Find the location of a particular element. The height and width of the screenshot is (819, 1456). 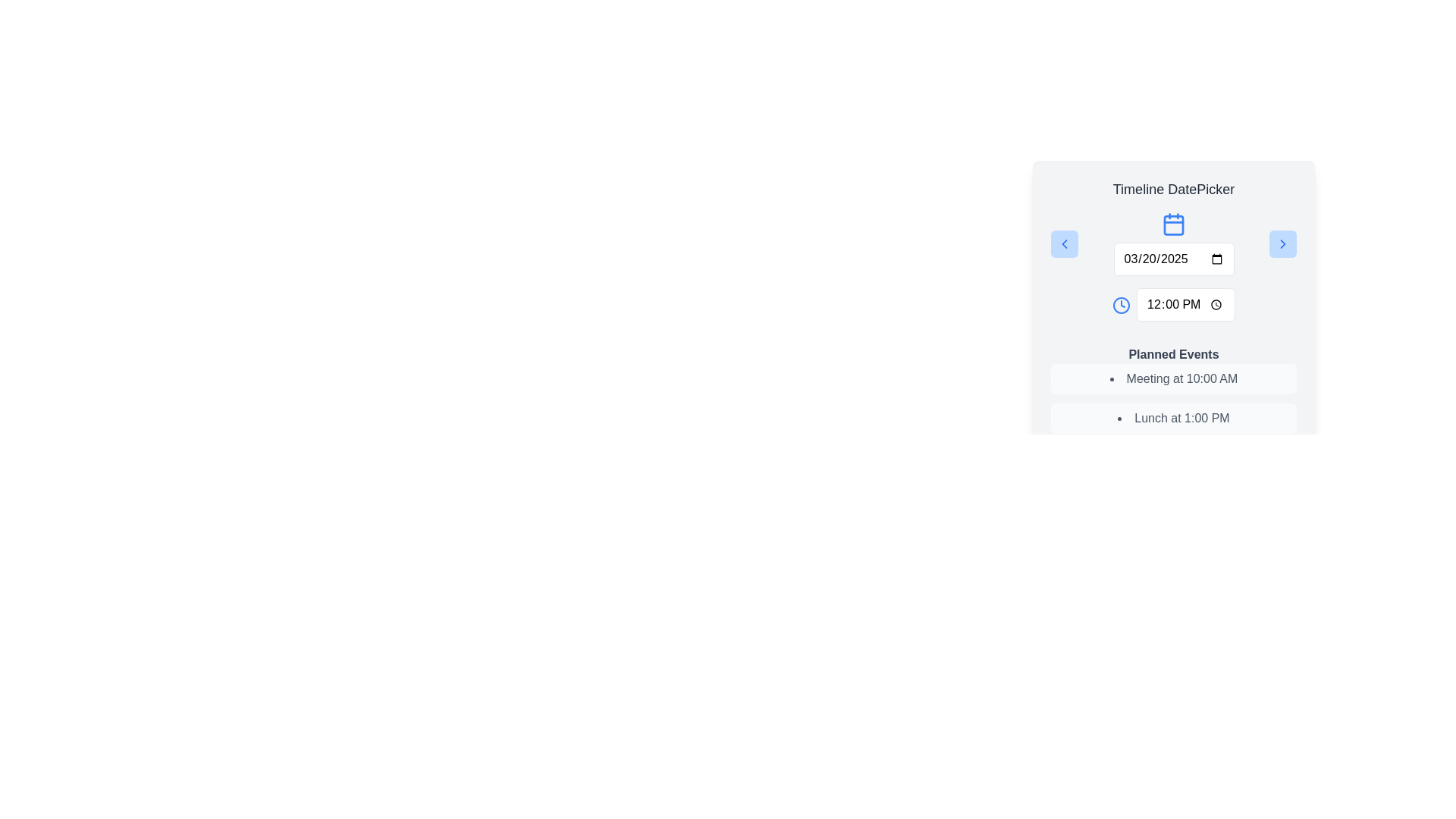

the chevron-left icon in the Timeline DatePicker interface, which is positioned to the left of the date input field and aligned with the calendar icon is located at coordinates (1063, 243).